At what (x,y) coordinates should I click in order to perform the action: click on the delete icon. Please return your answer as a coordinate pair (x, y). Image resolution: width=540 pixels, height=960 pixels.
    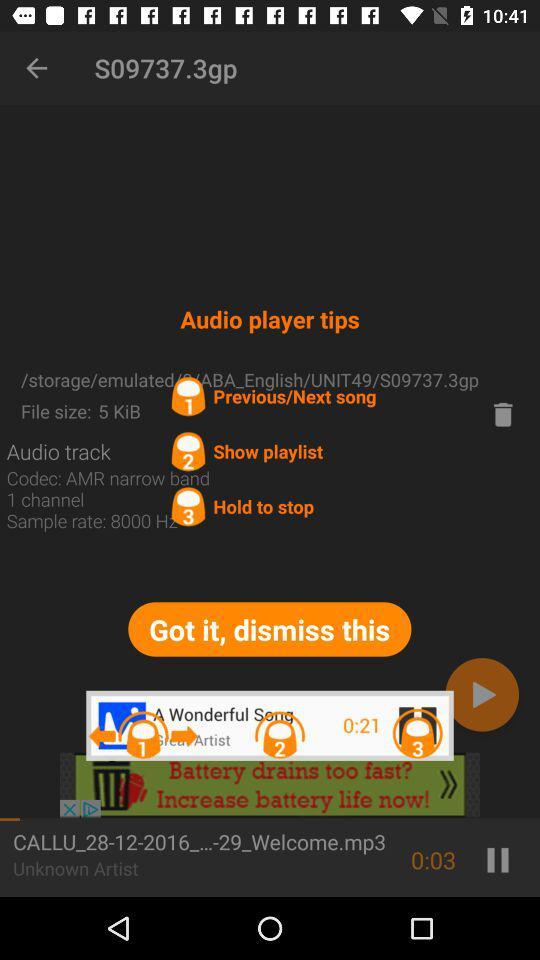
    Looking at the image, I should click on (502, 413).